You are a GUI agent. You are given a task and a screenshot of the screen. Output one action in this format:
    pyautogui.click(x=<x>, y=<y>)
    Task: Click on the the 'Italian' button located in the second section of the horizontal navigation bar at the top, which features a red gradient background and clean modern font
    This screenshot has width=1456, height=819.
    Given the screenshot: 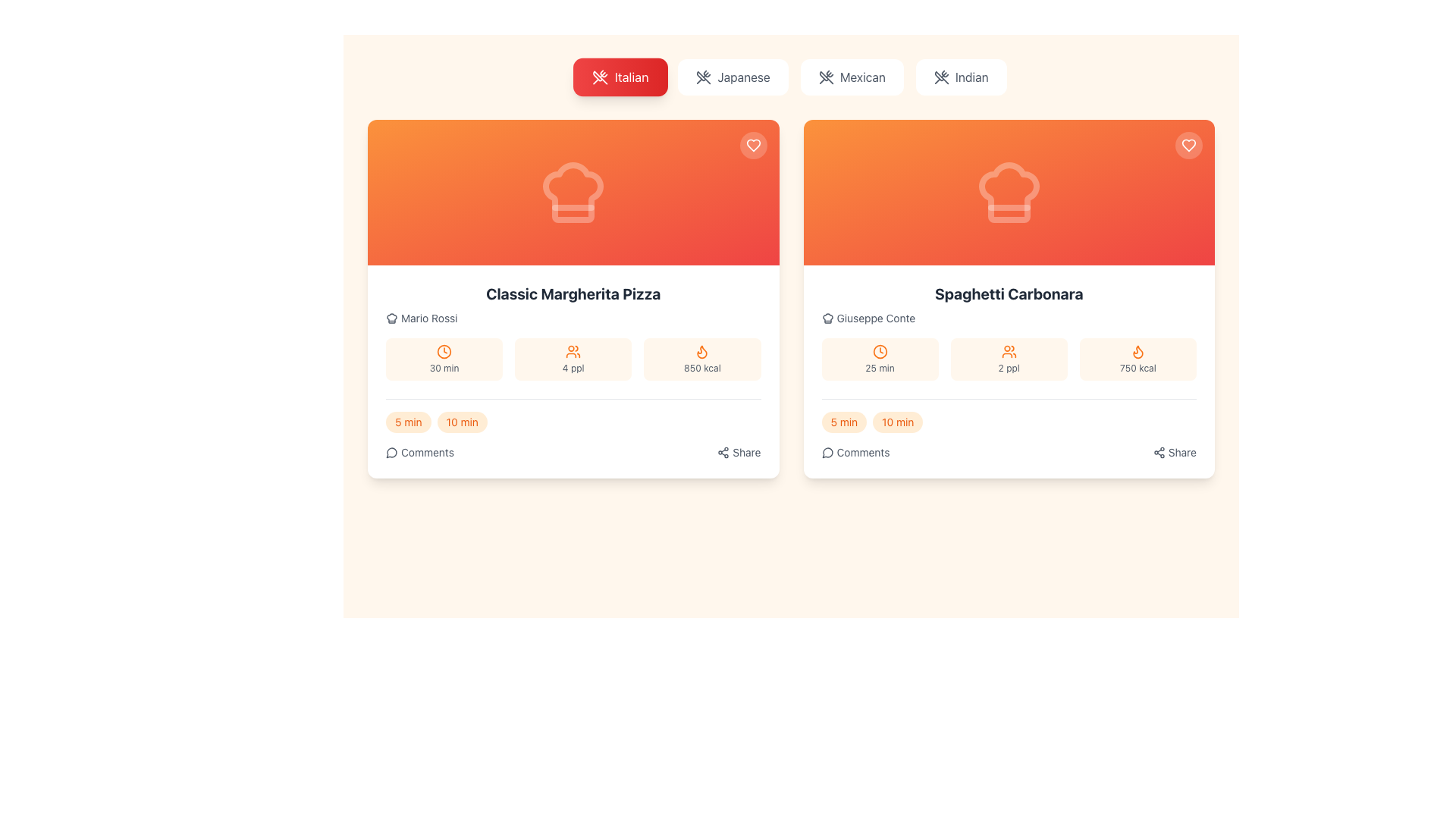 What is the action you would take?
    pyautogui.click(x=632, y=77)
    